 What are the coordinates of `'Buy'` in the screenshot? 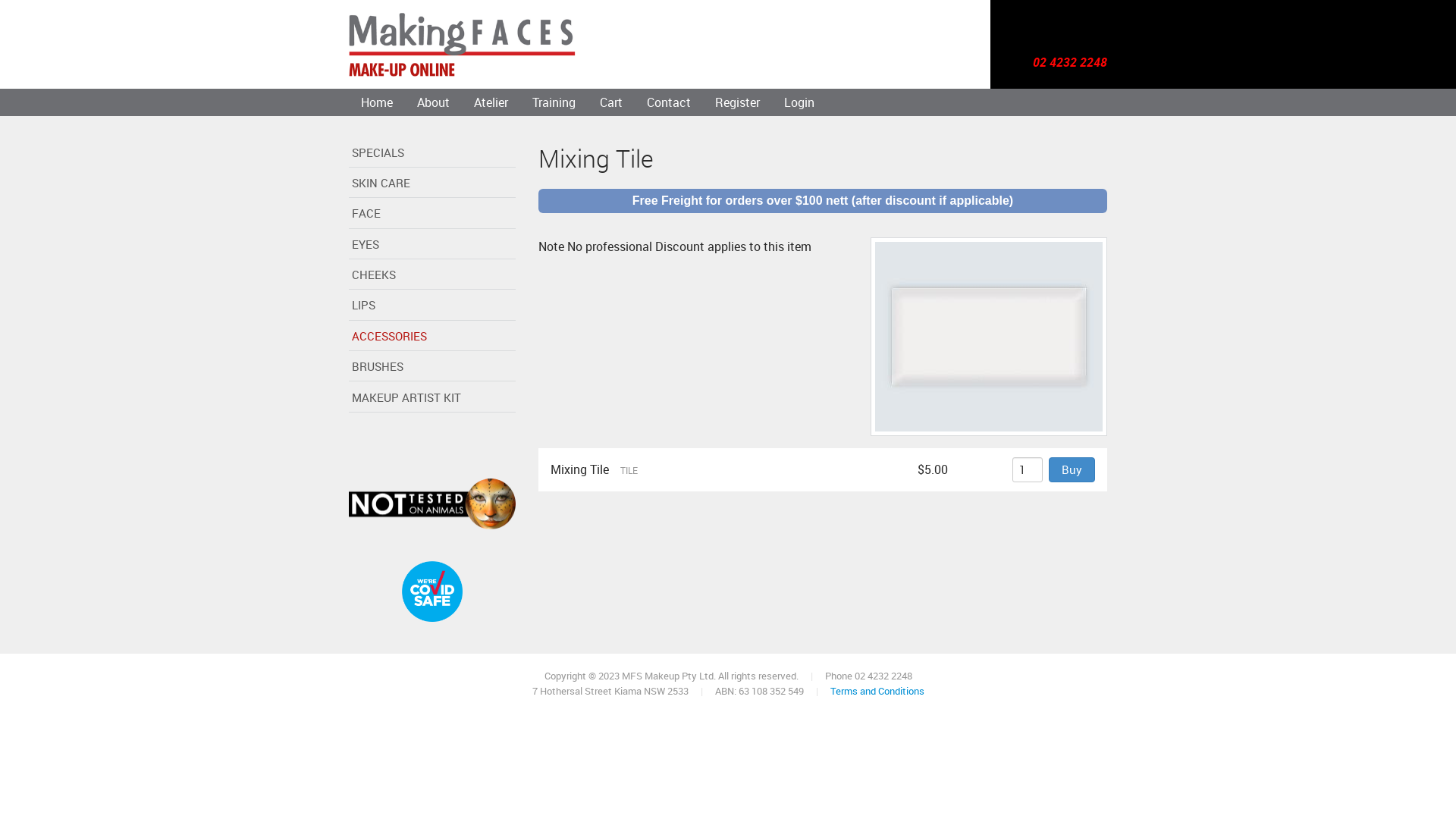 It's located at (1071, 469).